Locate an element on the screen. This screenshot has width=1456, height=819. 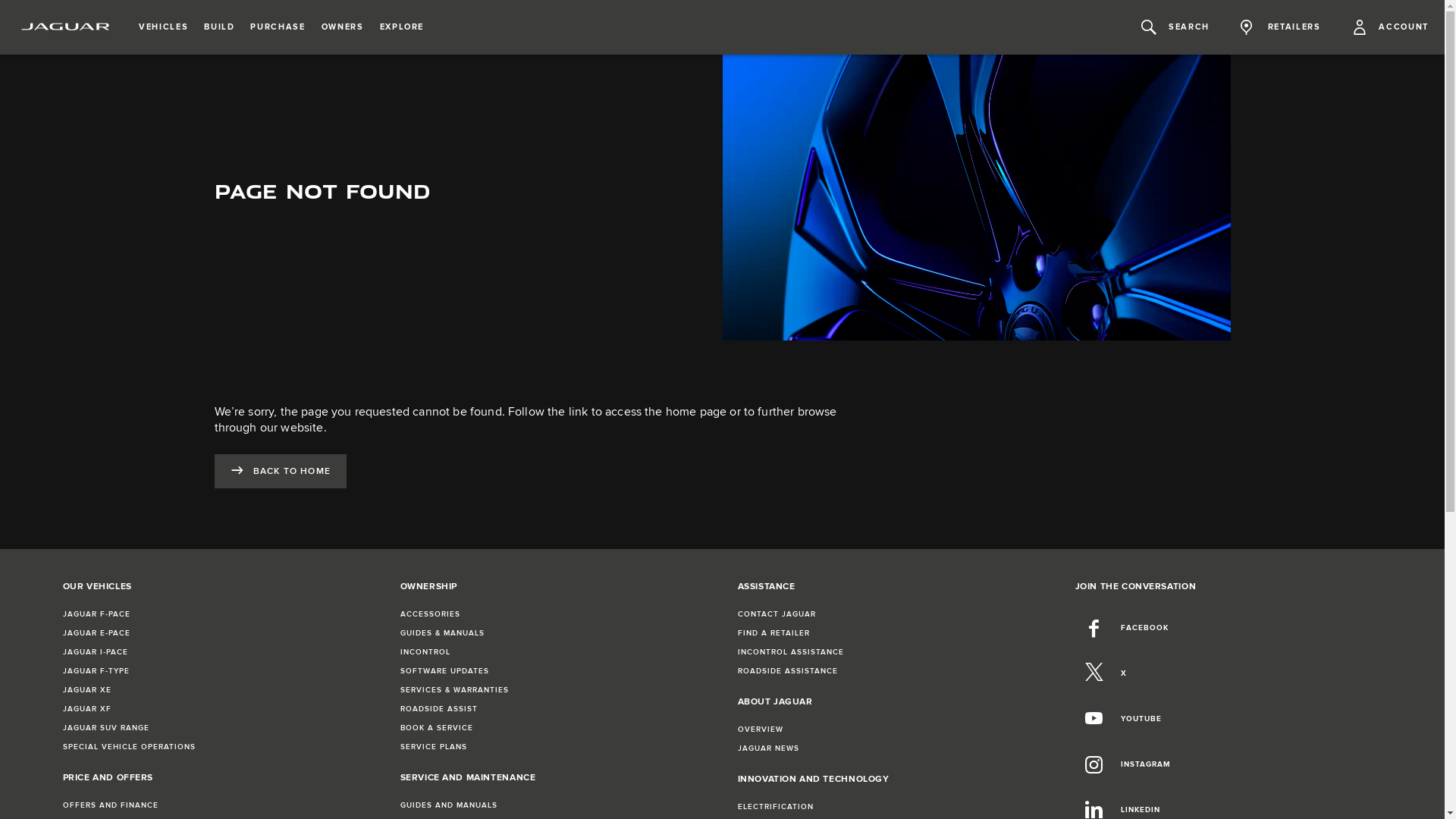
'OVERVIEW' is located at coordinates (760, 728).